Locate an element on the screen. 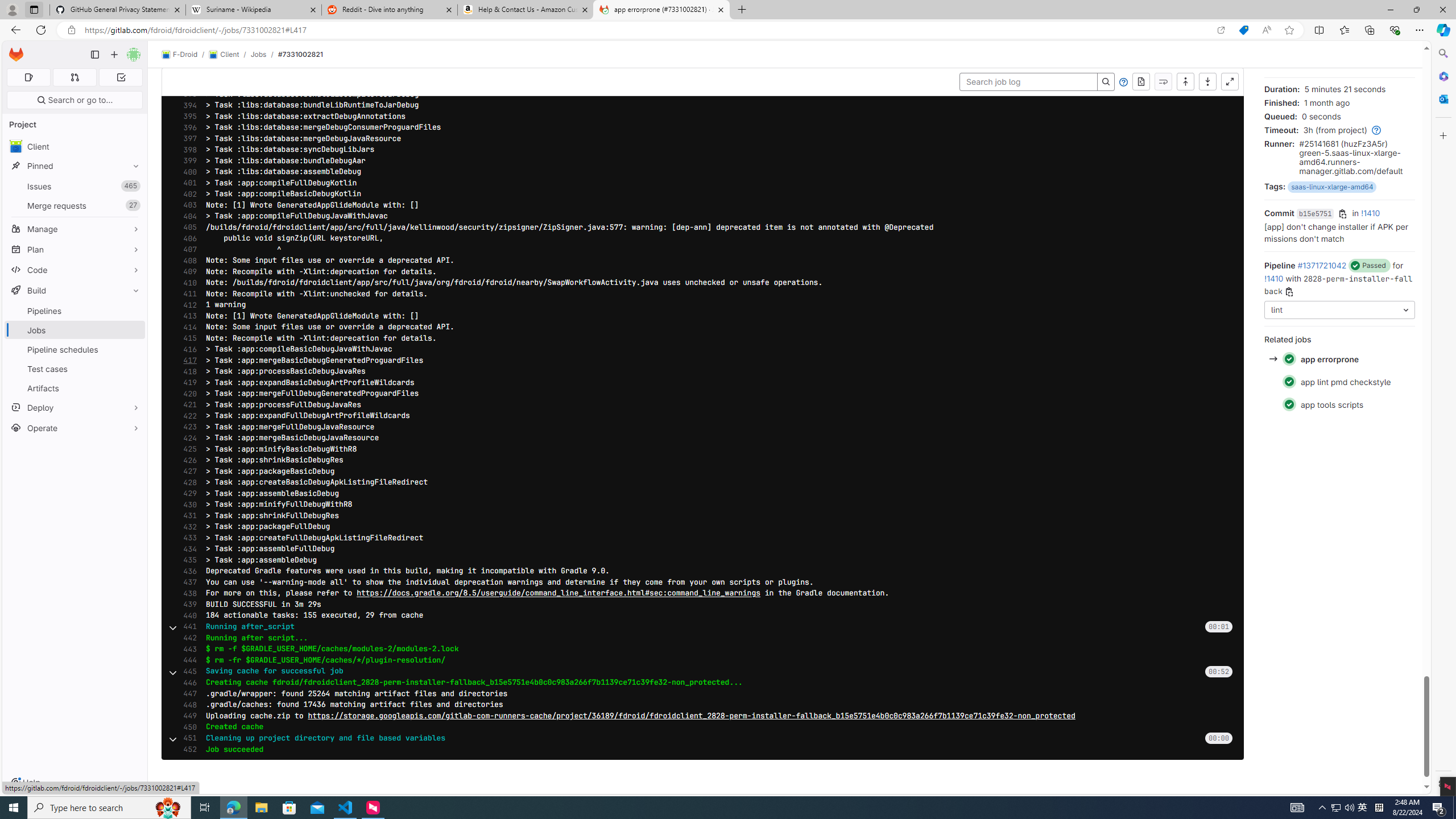  'avatar' is located at coordinates (16, 146).